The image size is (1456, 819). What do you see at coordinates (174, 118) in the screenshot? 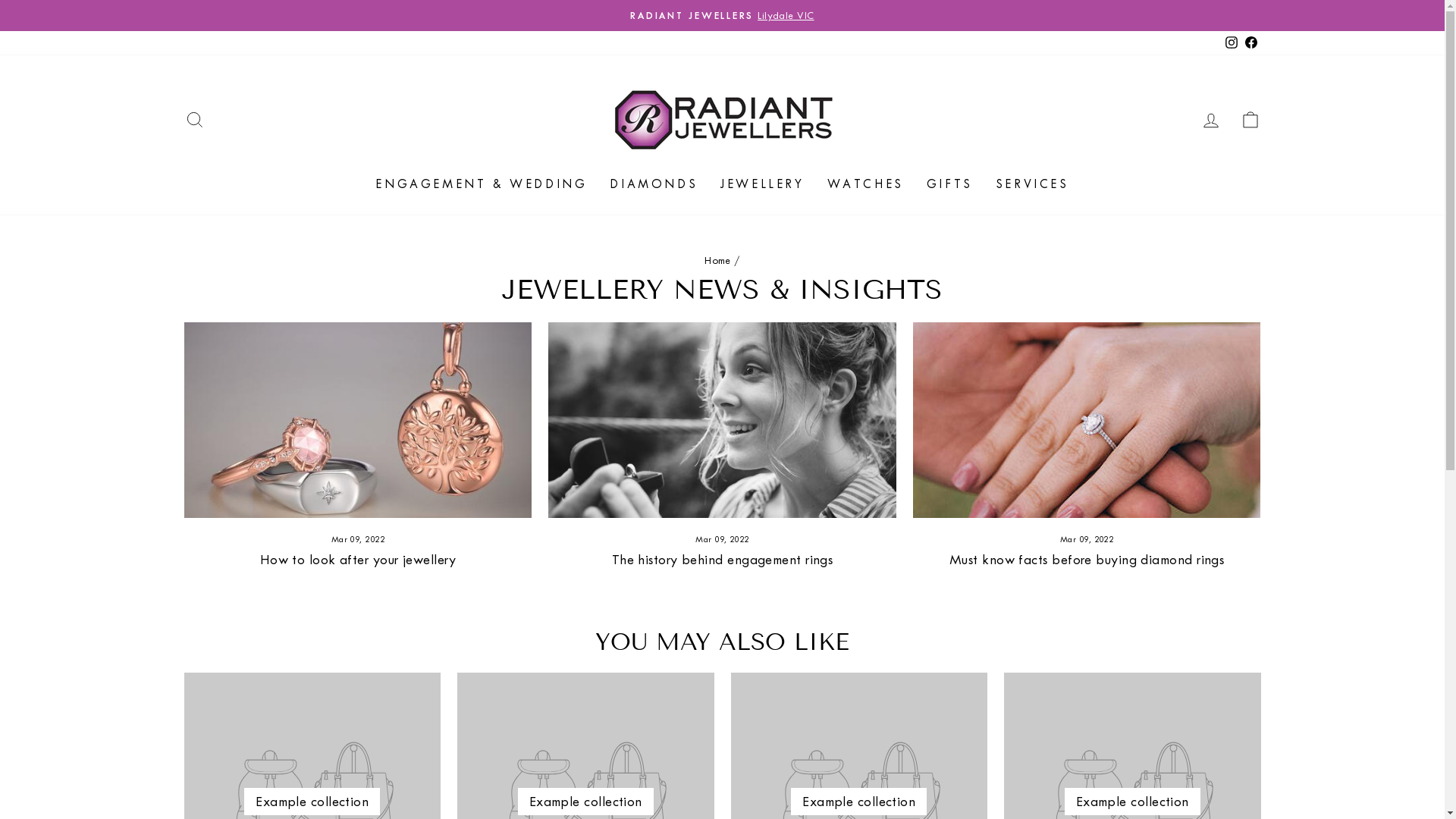
I see `'SEARCH'` at bounding box center [174, 118].